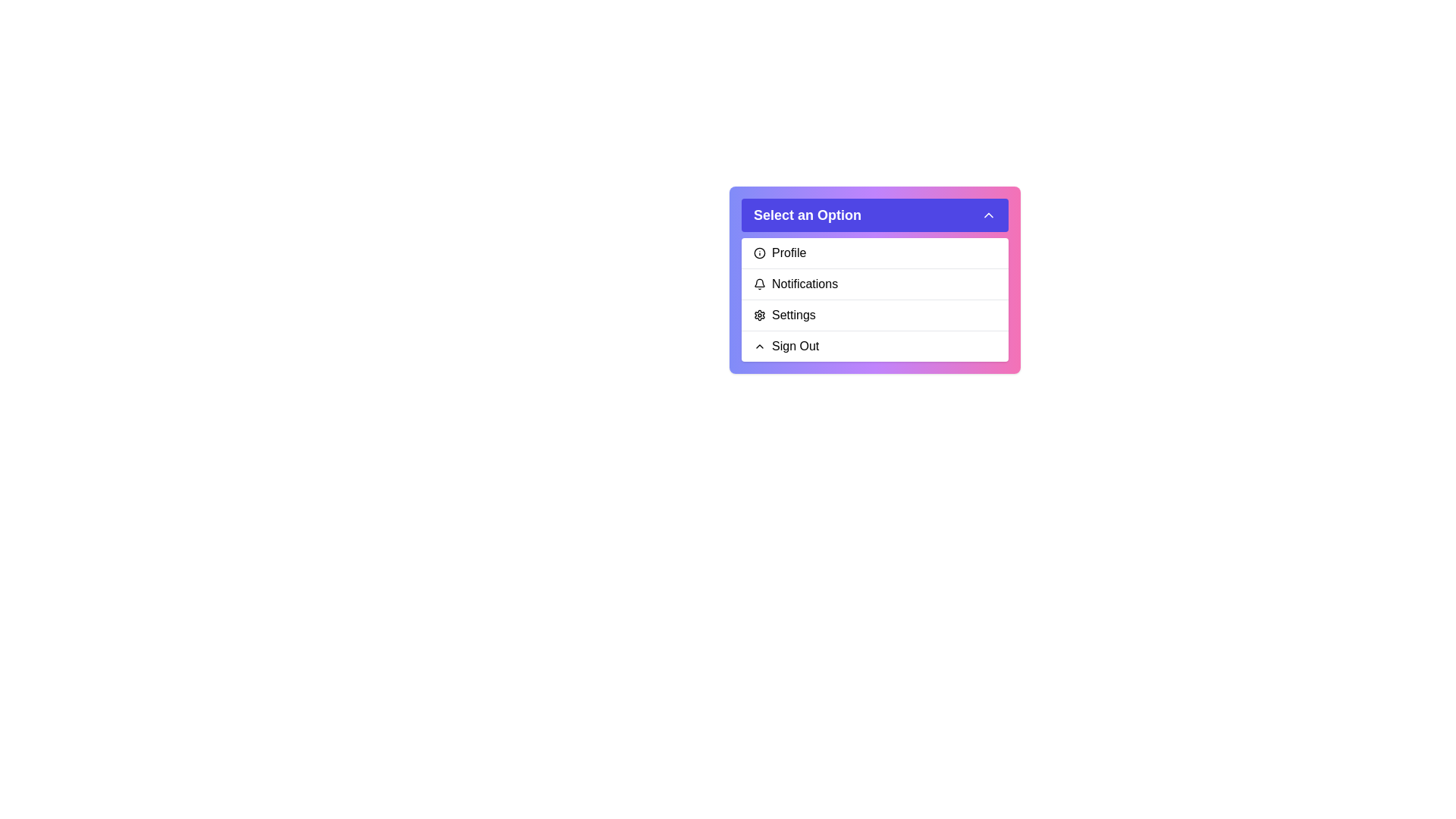 The height and width of the screenshot is (819, 1456). What do you see at coordinates (874, 284) in the screenshot?
I see `the Notifications from the dropdown menu` at bounding box center [874, 284].